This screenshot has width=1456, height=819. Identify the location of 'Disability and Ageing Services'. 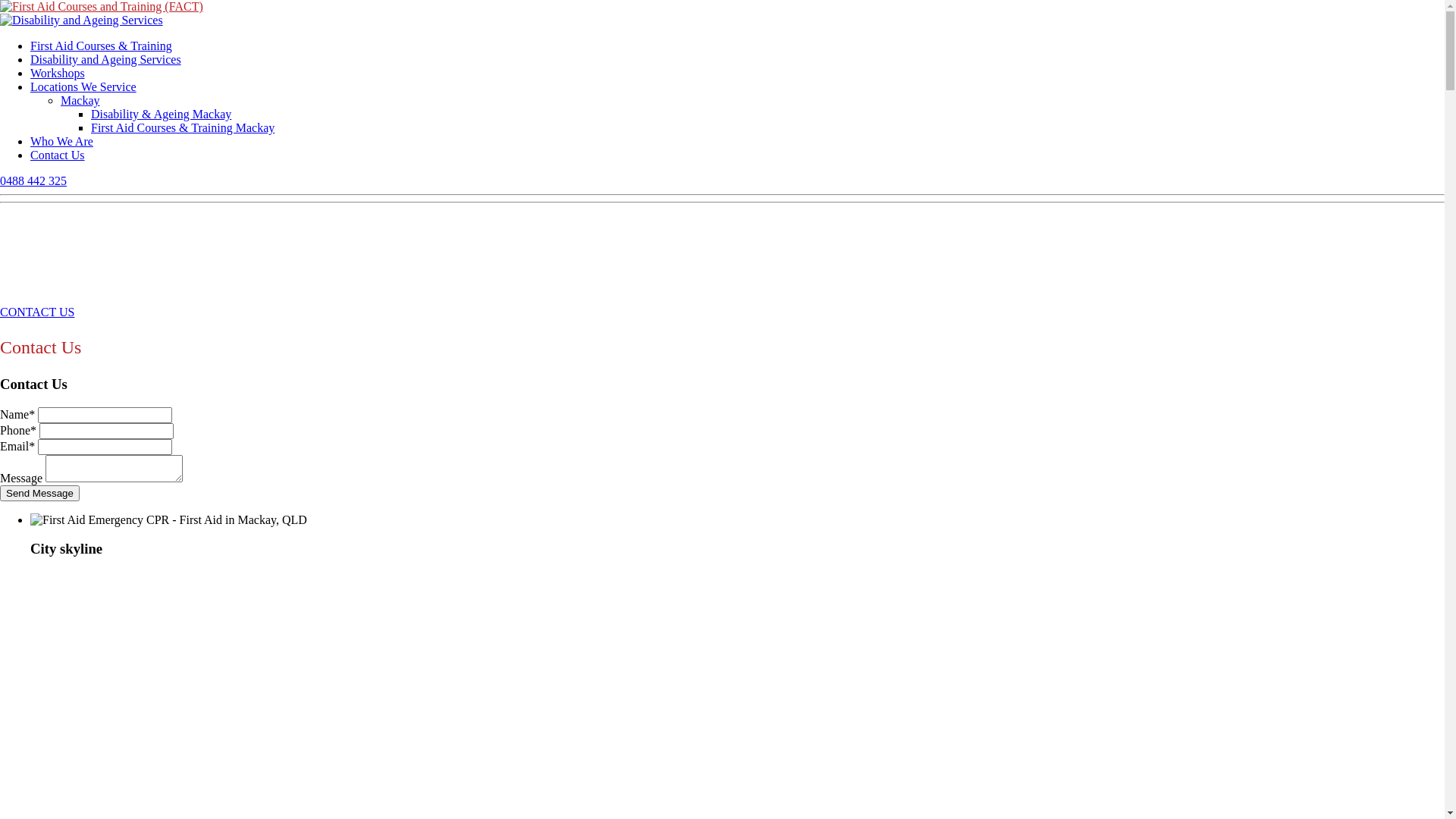
(80, 20).